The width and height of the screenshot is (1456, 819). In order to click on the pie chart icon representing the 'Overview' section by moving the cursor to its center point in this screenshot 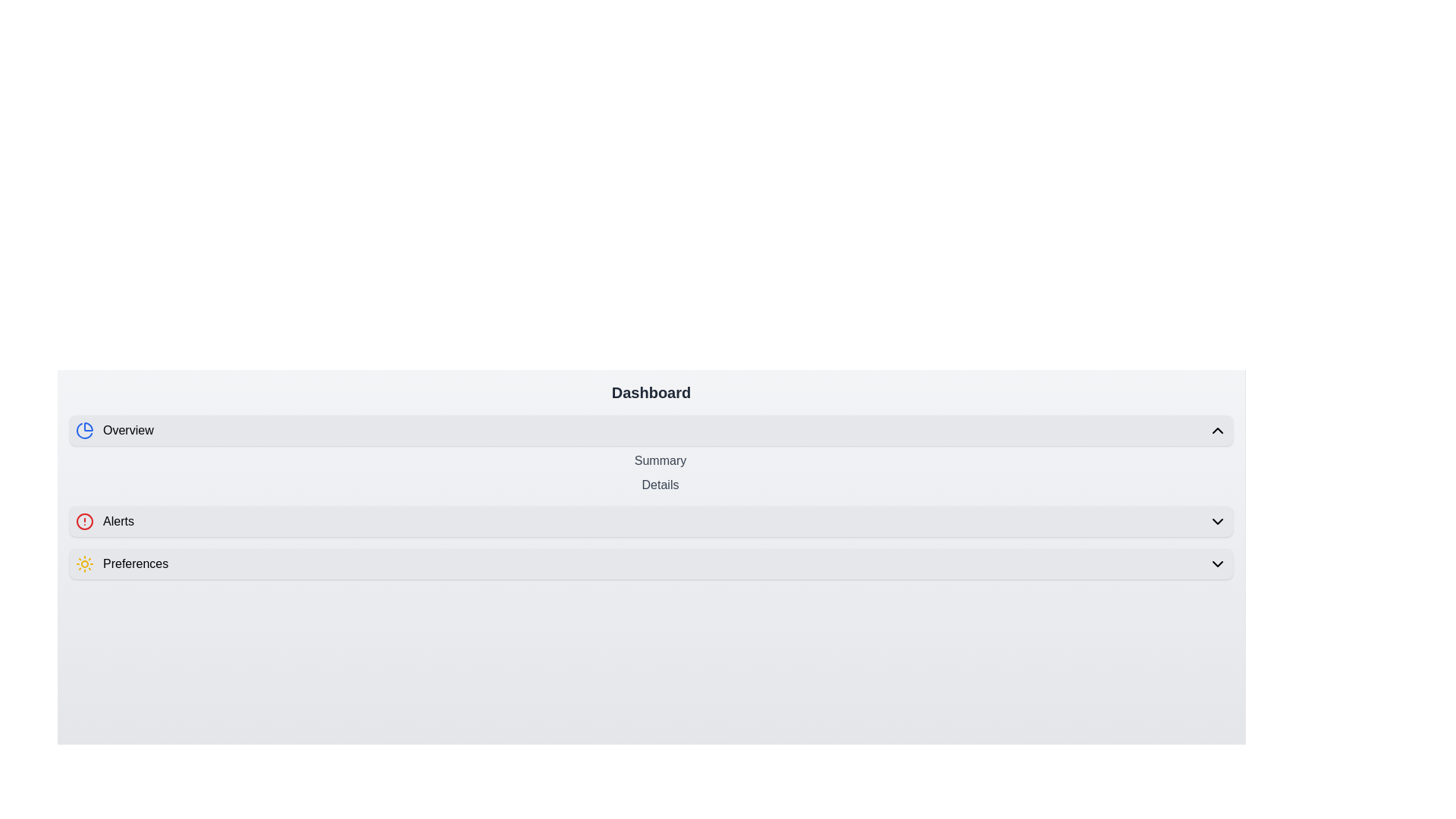, I will do `click(83, 430)`.